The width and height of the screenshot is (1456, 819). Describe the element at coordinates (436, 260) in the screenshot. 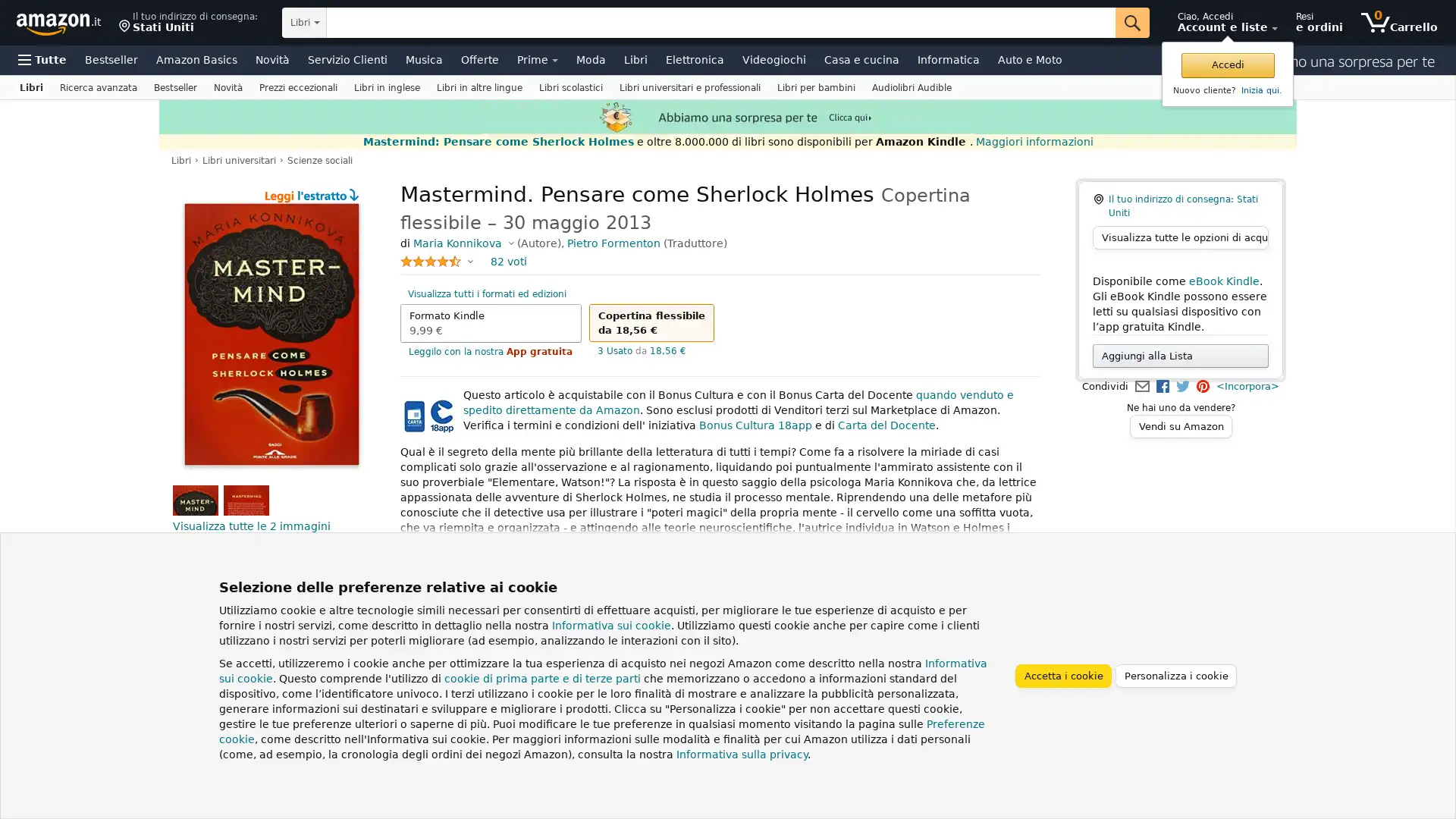

I see `4,4 su 5 stelle` at that location.